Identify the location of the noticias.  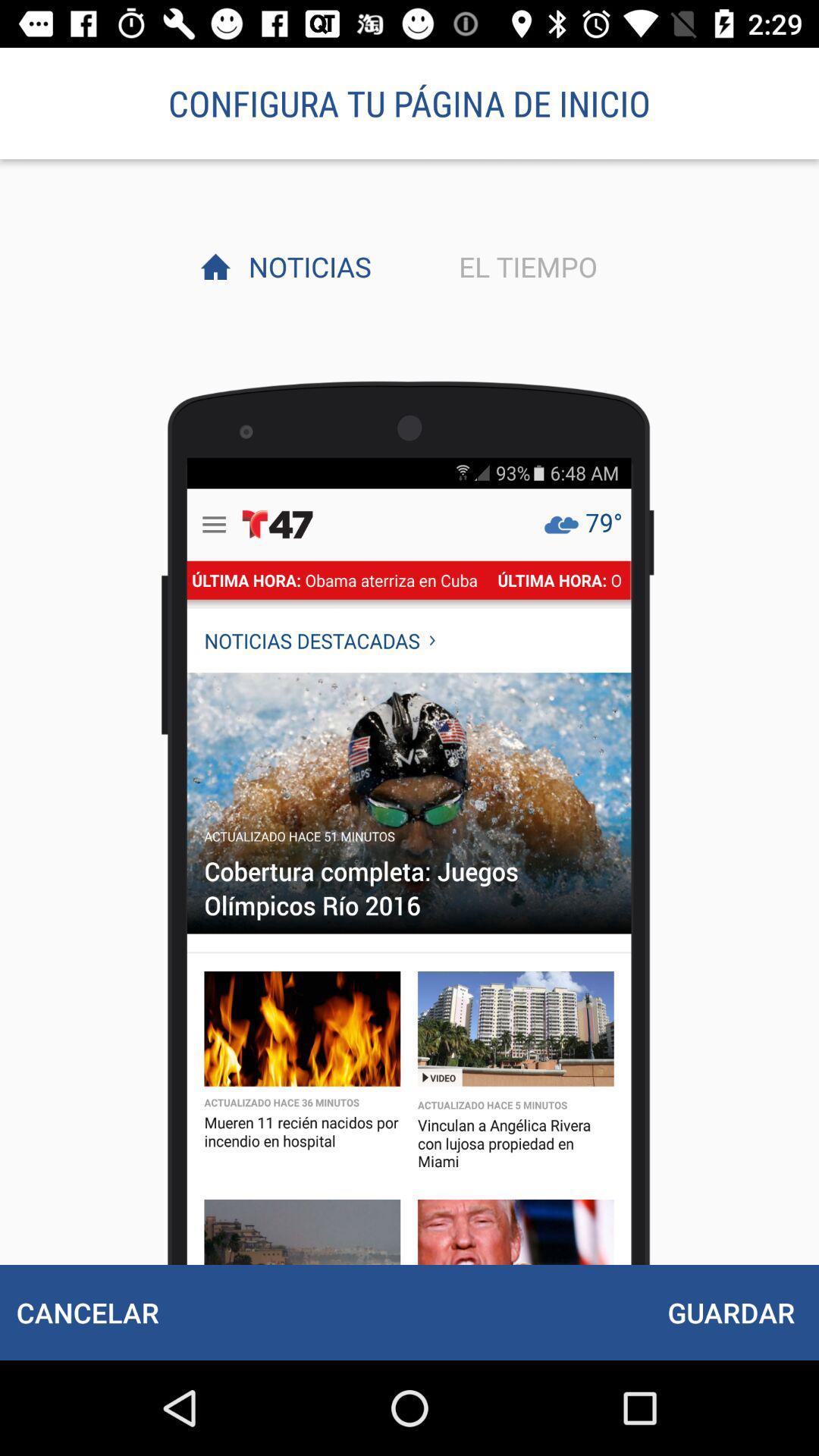
(306, 266).